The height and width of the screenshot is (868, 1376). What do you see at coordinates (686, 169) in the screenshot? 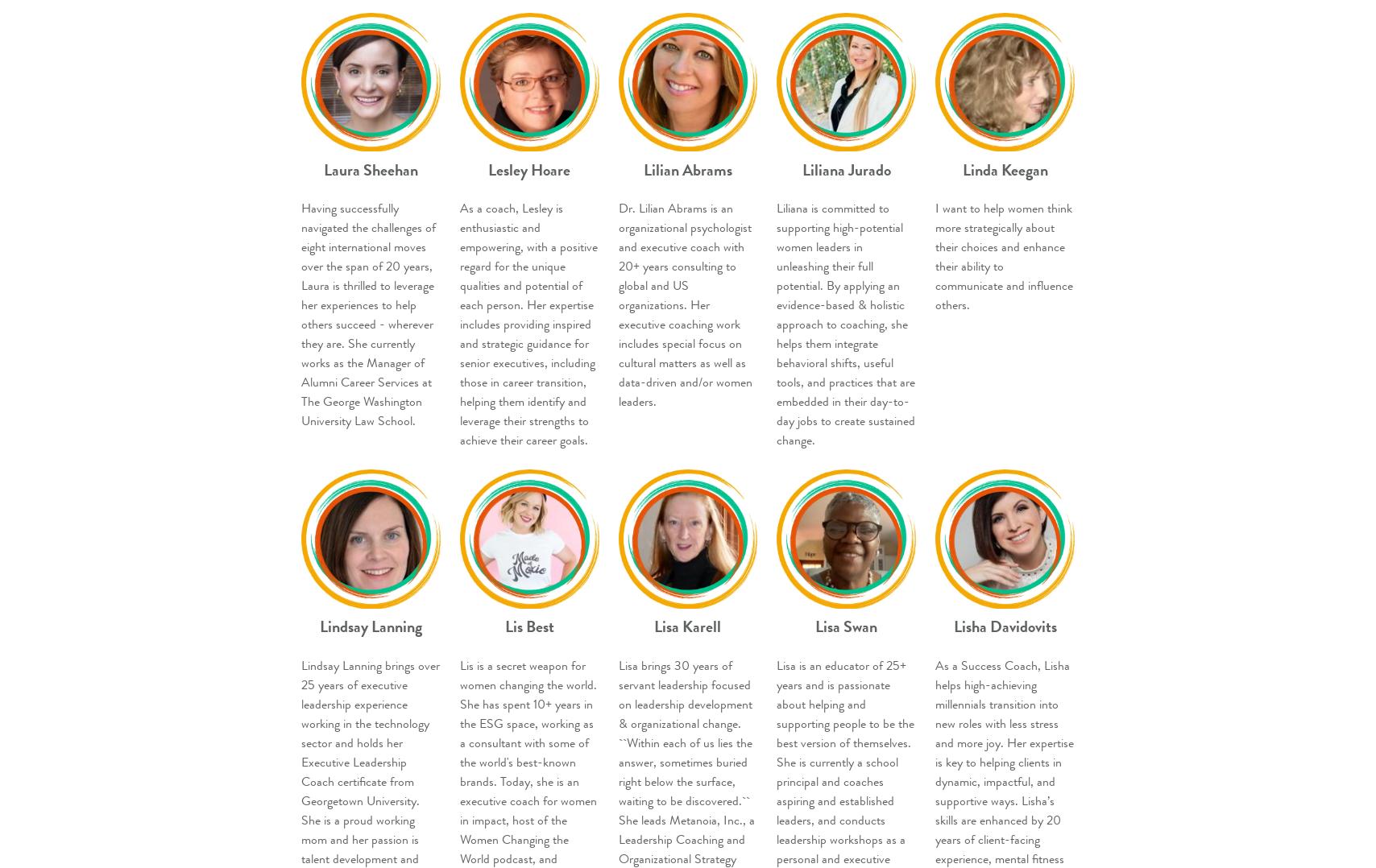
I see `'Lilian Abrams'` at bounding box center [686, 169].